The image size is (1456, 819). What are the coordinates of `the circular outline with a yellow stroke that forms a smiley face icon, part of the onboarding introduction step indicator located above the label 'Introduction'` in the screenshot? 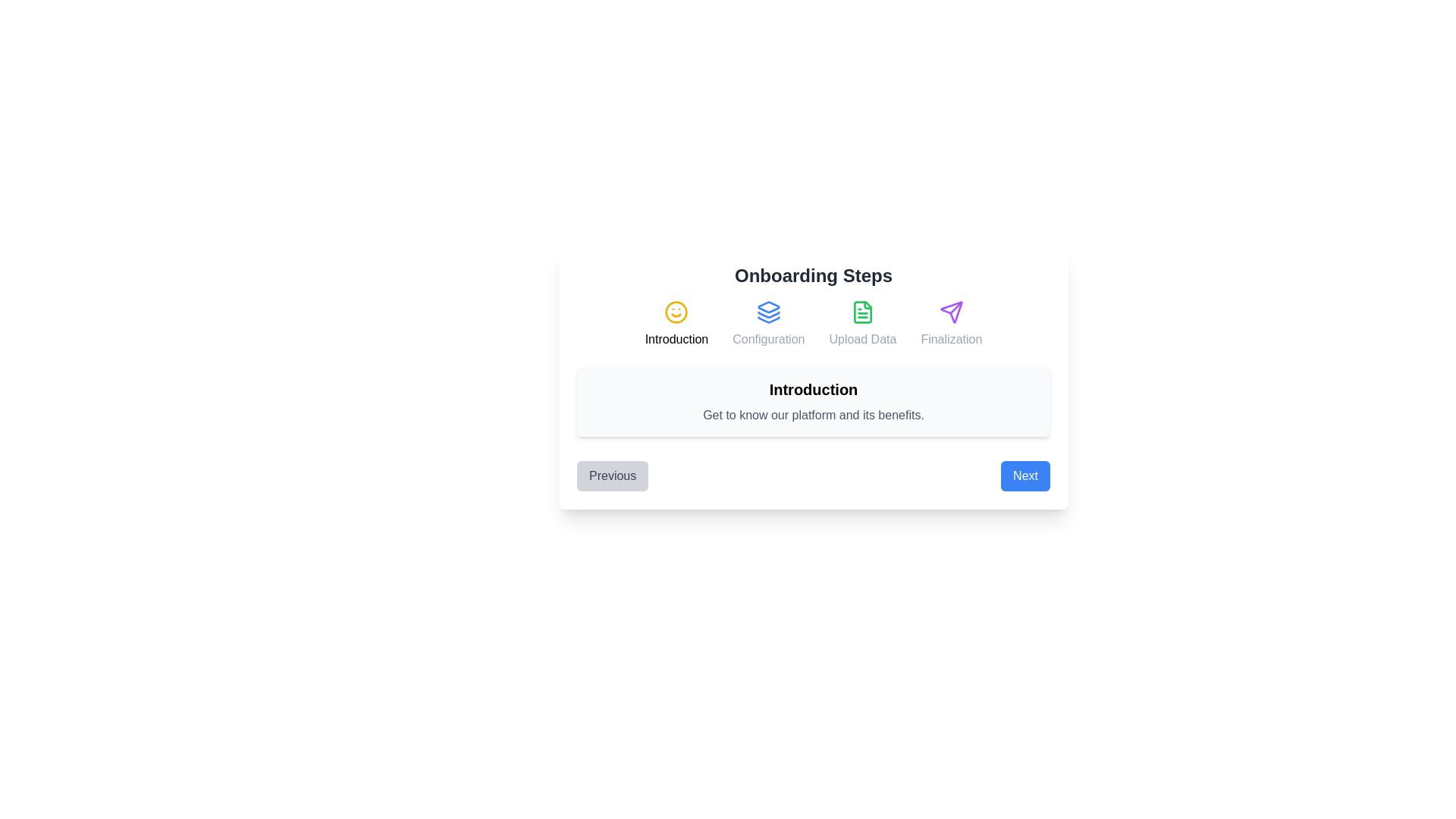 It's located at (676, 312).